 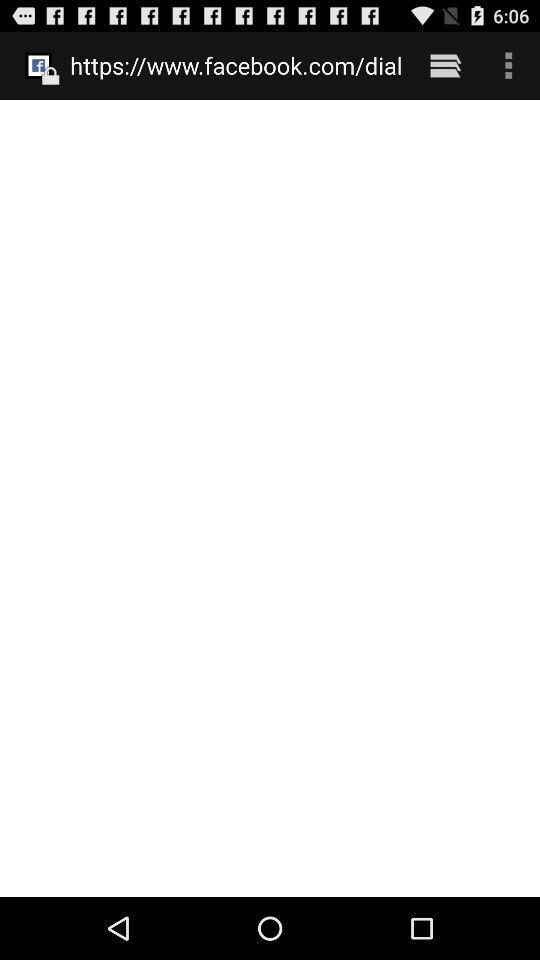 I want to click on icon to the right of the https www facebook icon, so click(x=445, y=65).